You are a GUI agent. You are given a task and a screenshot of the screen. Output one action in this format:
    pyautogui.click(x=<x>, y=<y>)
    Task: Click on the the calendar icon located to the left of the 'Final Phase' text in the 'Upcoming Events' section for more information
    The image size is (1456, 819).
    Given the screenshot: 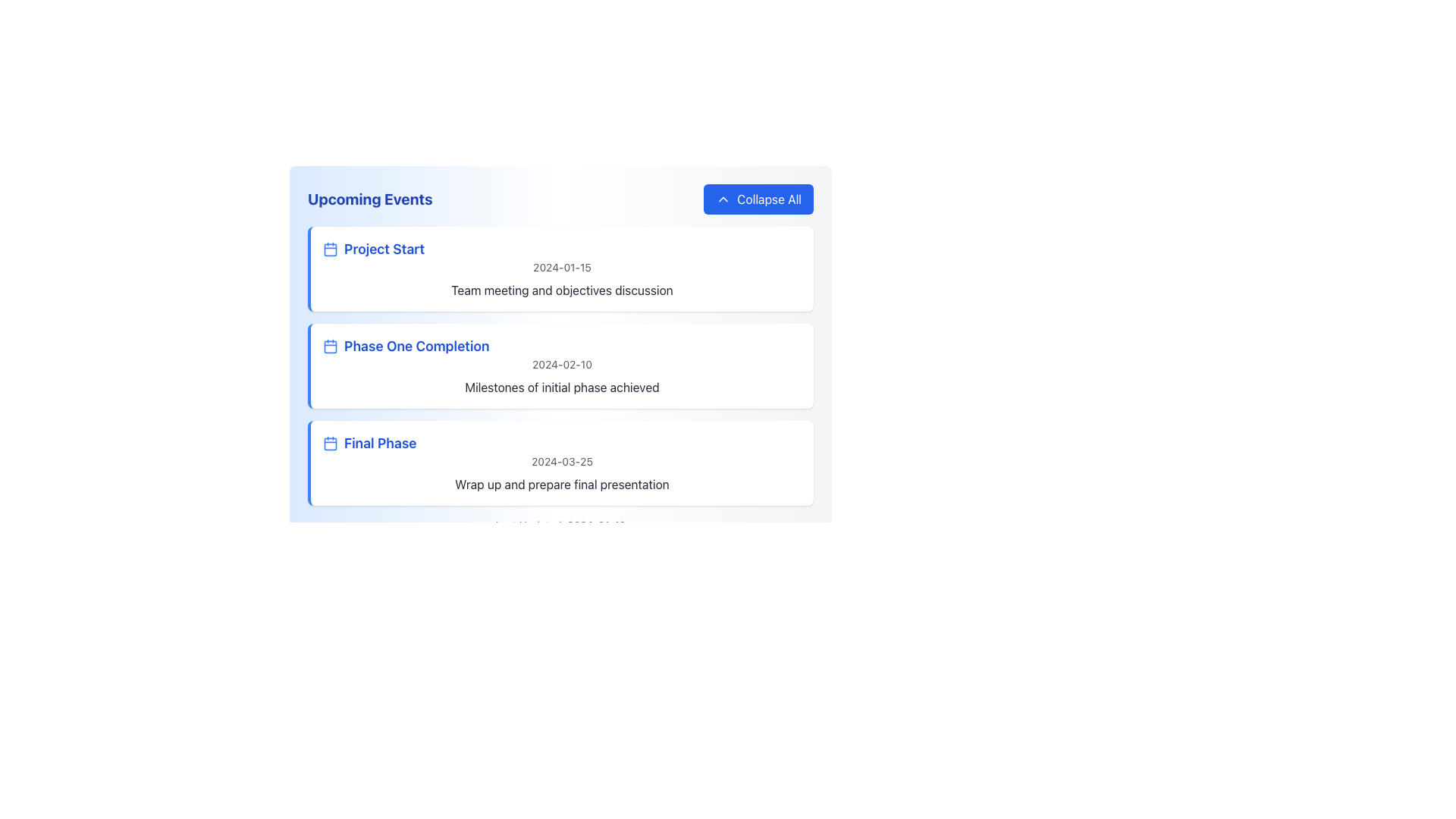 What is the action you would take?
    pyautogui.click(x=330, y=444)
    